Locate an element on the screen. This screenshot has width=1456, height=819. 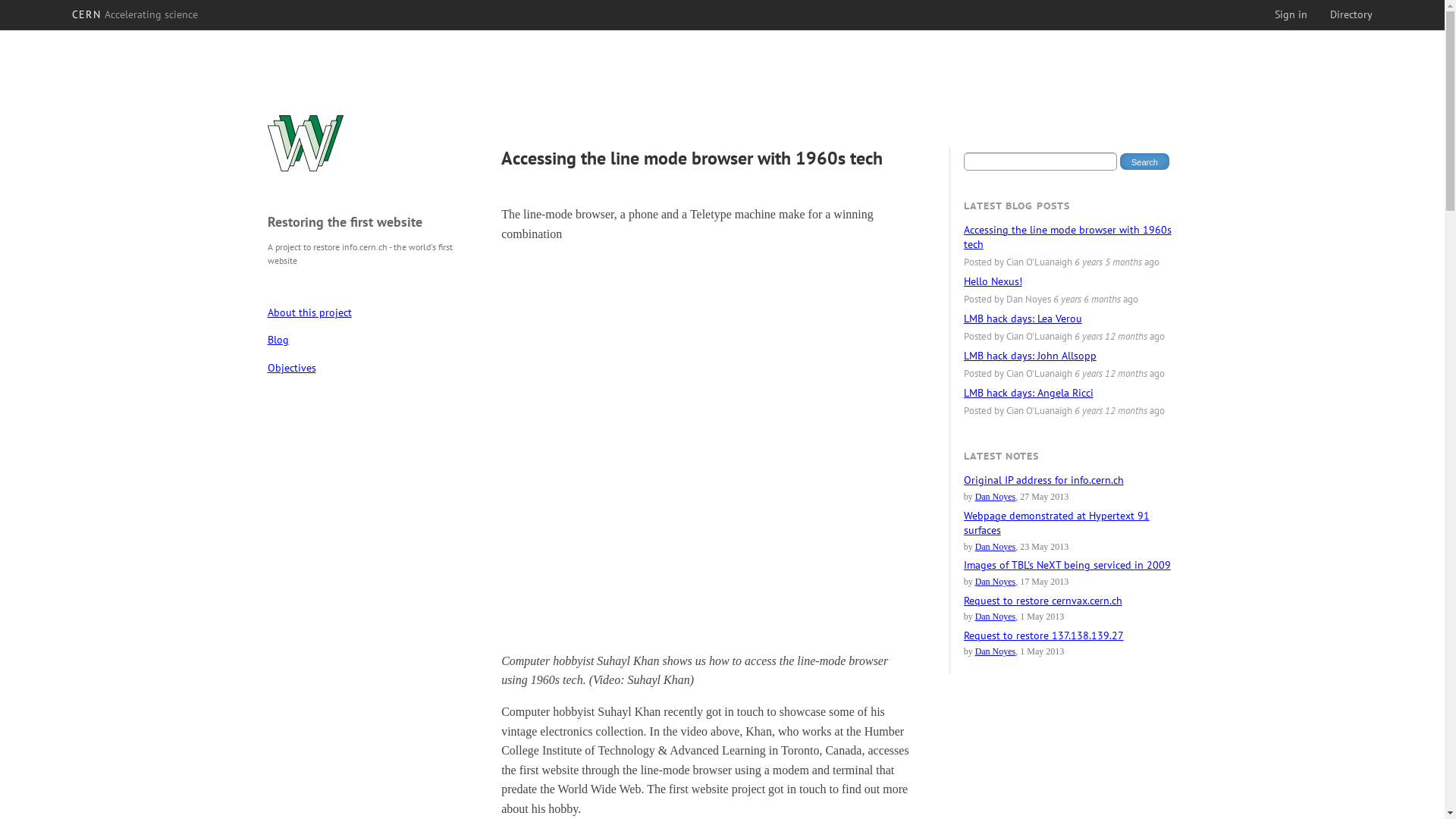
'Webpage demonstrated at Hypertext 91 surfaces' is located at coordinates (1056, 522).